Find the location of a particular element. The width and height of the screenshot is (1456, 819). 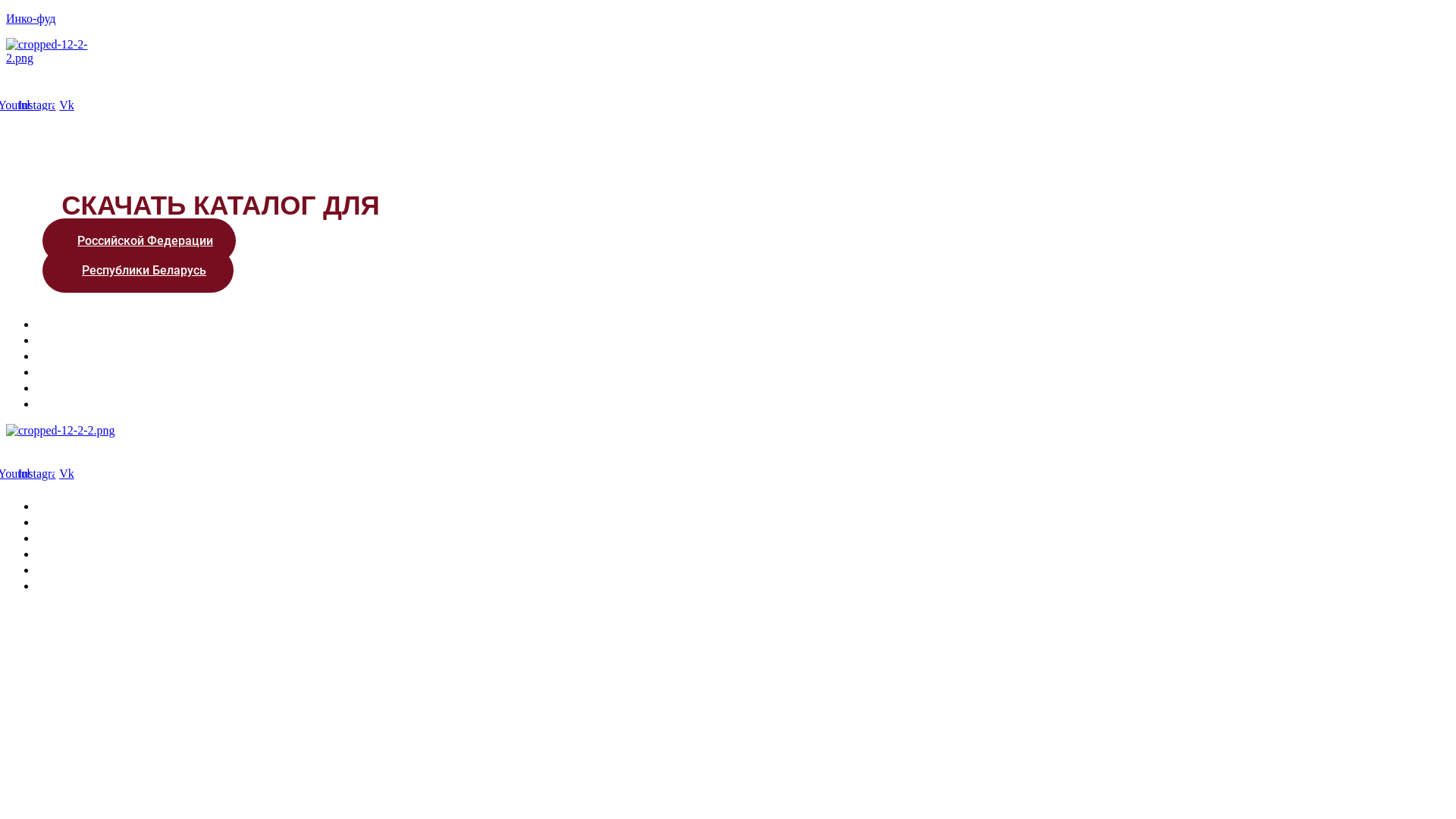

'Instagram' is located at coordinates (42, 104).